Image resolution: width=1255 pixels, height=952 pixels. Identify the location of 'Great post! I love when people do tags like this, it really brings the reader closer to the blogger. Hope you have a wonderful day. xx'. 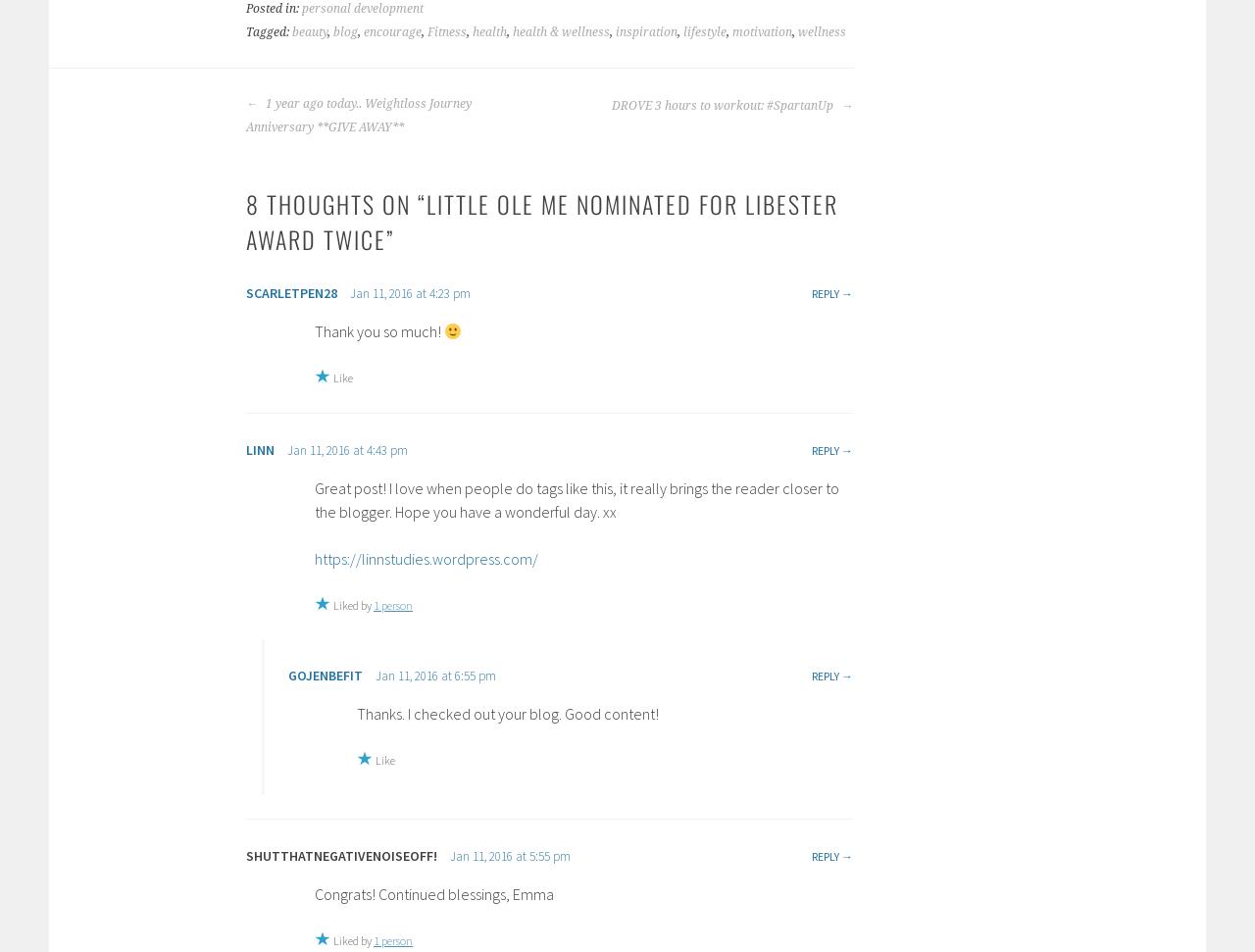
(576, 497).